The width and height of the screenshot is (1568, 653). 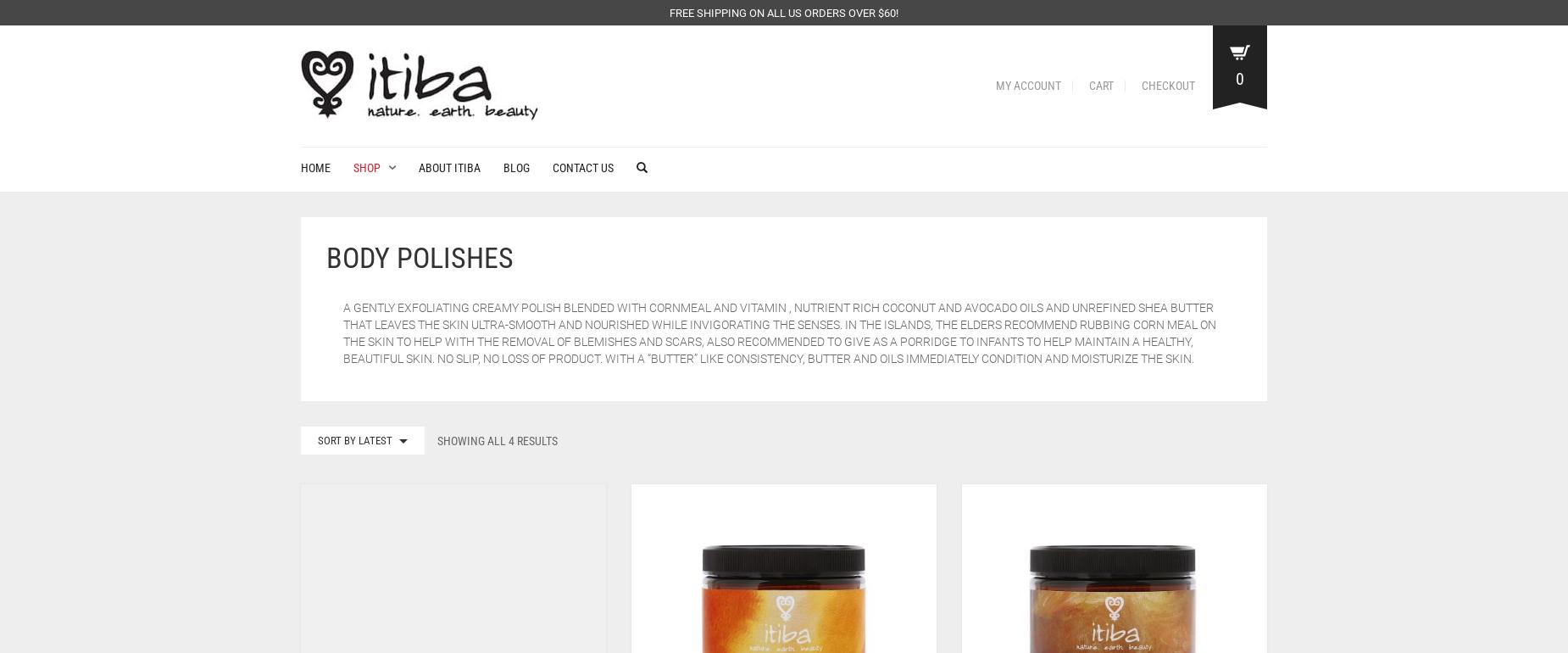 I want to click on 'Men', so click(x=372, y=374).